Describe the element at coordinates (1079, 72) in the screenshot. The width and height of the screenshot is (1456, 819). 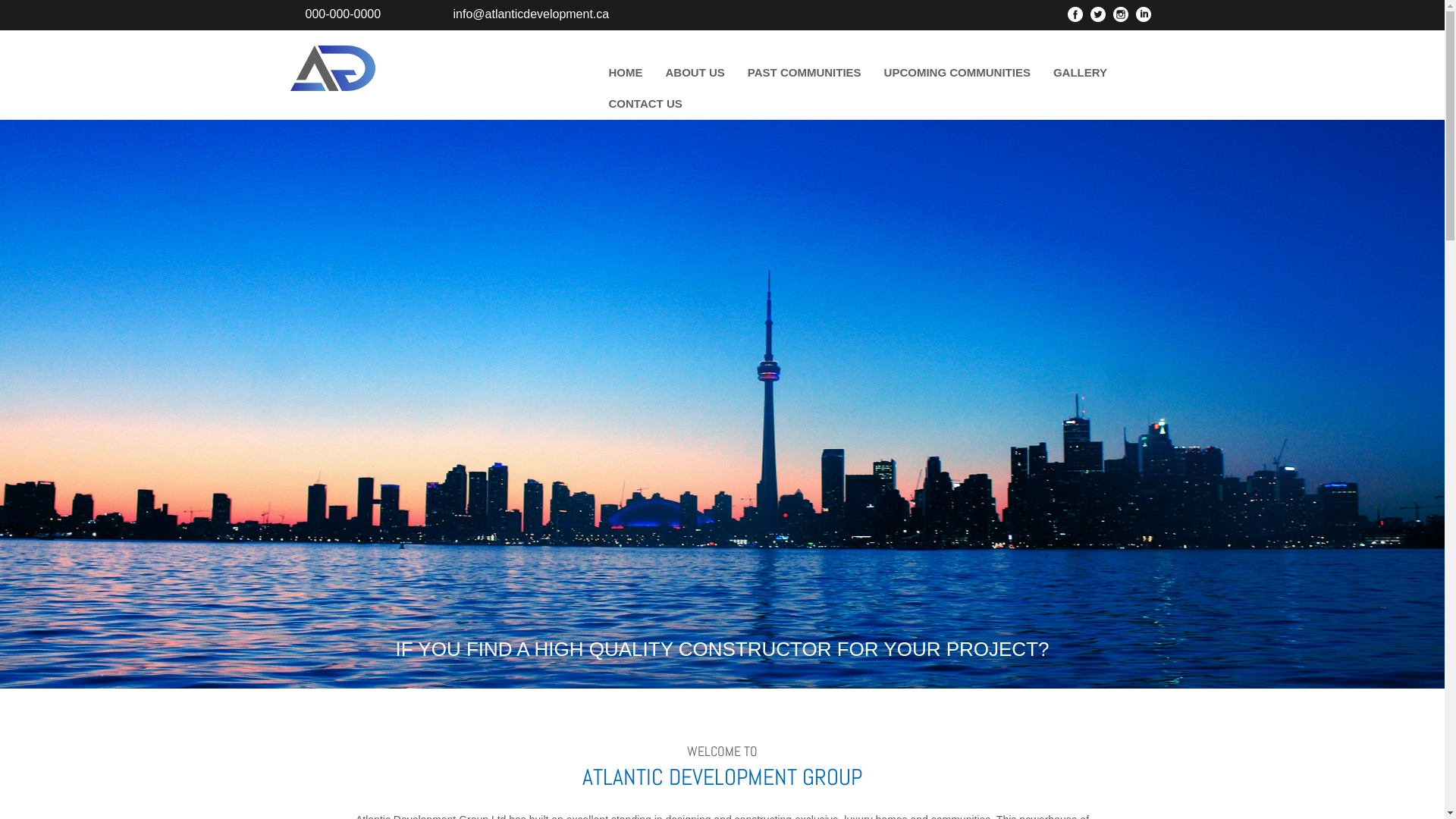
I see `'GALLERY'` at that location.